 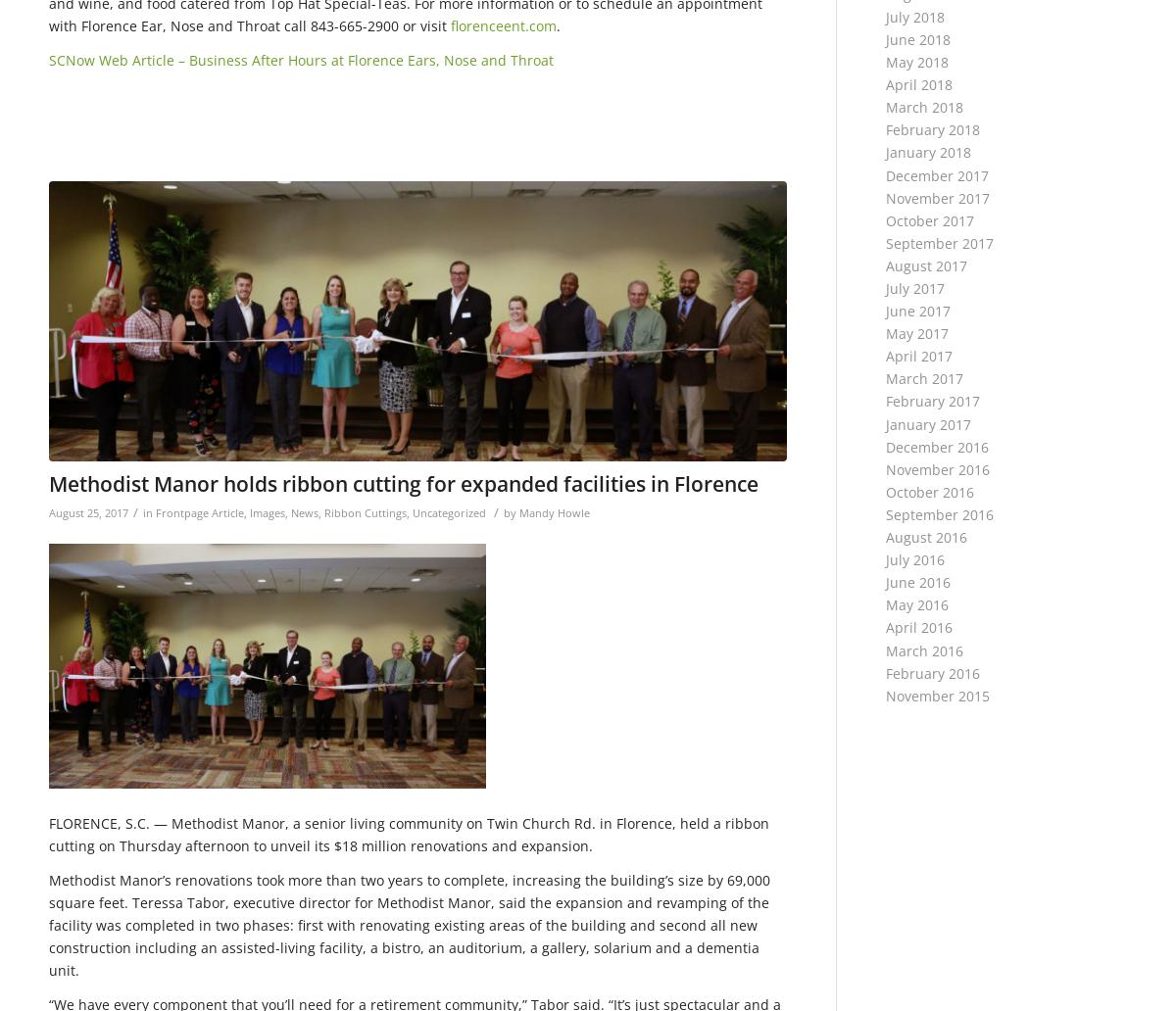 What do you see at coordinates (311, 191) in the screenshot?
I see `'https://www.flochamber.com/wp-content/uploads/2017/08/methodistmanor.jpg'` at bounding box center [311, 191].